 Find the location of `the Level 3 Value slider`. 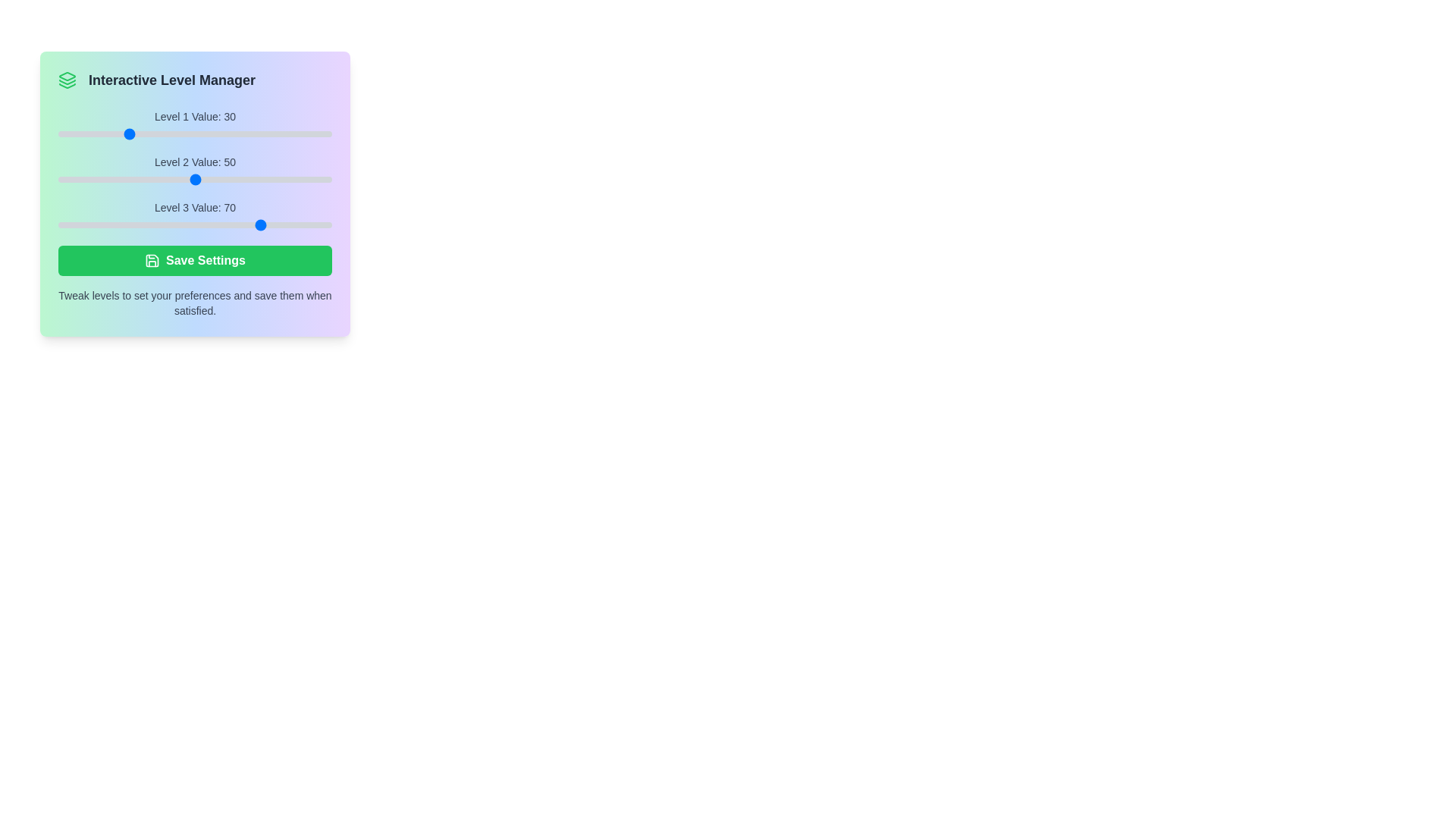

the Level 3 Value slider is located at coordinates (267, 225).